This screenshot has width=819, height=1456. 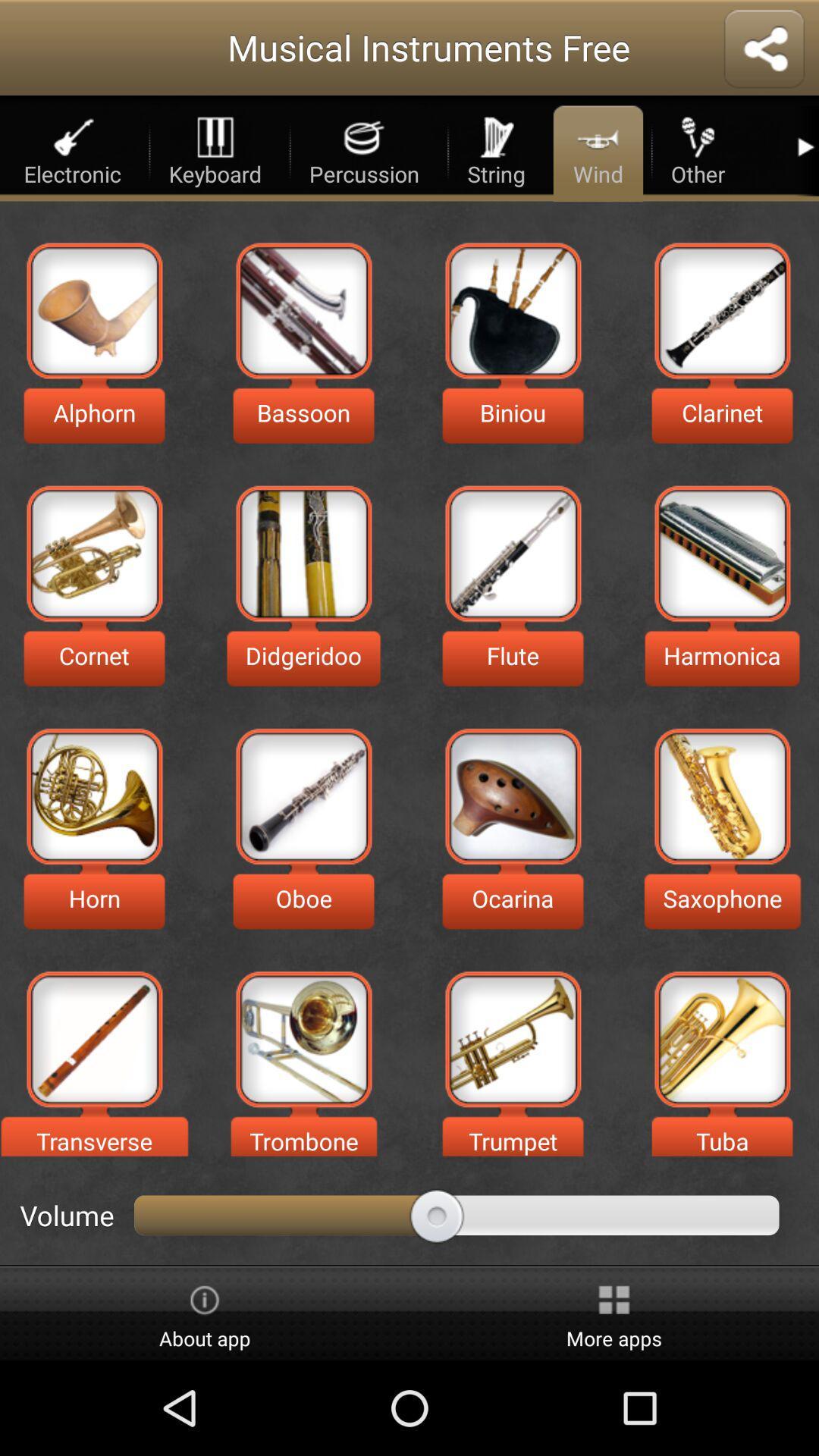 I want to click on harmonica, so click(x=721, y=553).